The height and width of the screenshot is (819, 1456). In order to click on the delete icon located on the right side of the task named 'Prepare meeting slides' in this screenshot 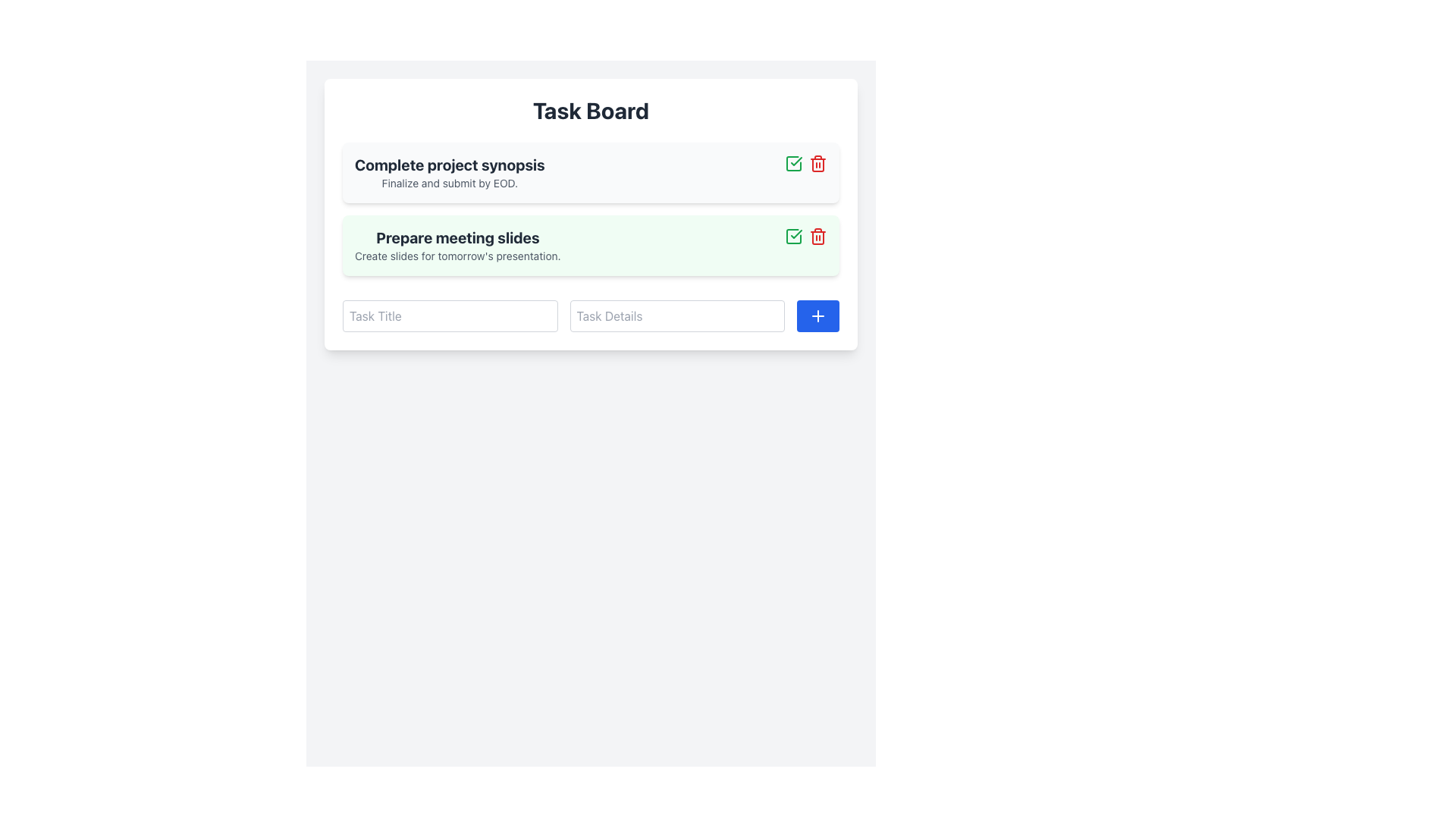, I will do `click(817, 164)`.